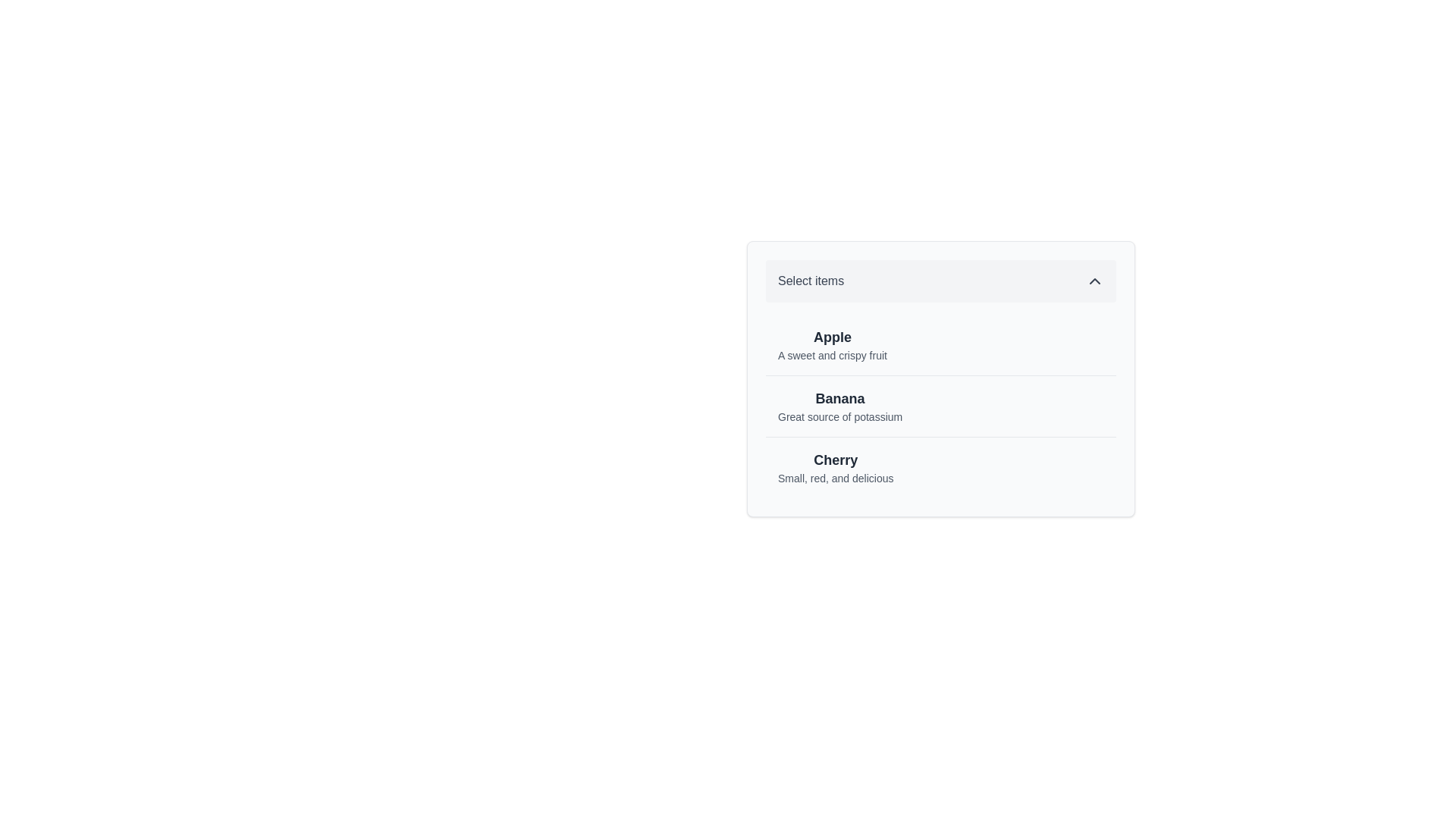 This screenshot has width=1456, height=819. Describe the element at coordinates (810, 281) in the screenshot. I see `the Text label positioned within the dropdown header, next to the chevron-up icon, indicating the purpose or state of the dropdown` at that location.